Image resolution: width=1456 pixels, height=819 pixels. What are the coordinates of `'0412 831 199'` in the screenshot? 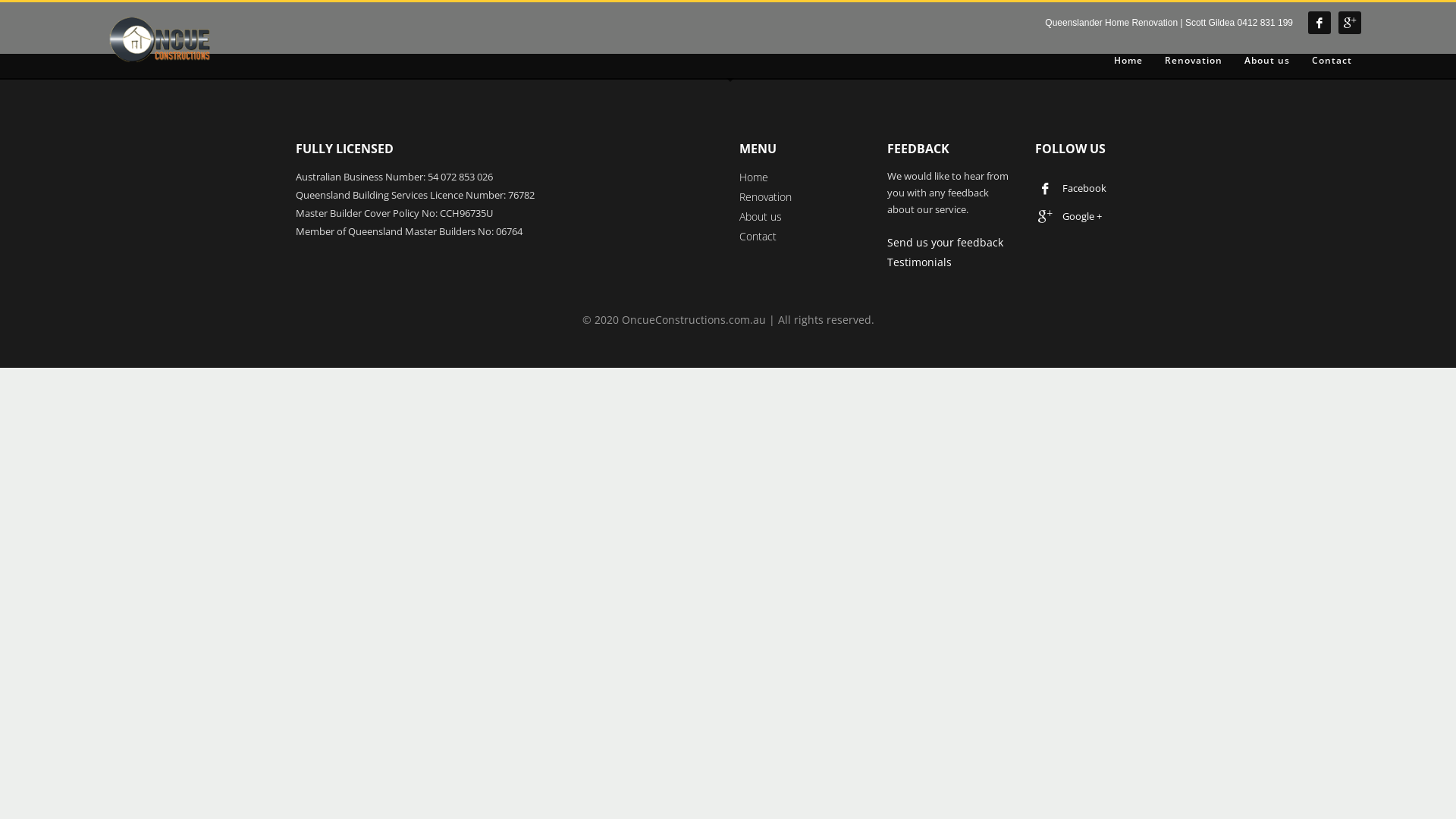 It's located at (1265, 23).